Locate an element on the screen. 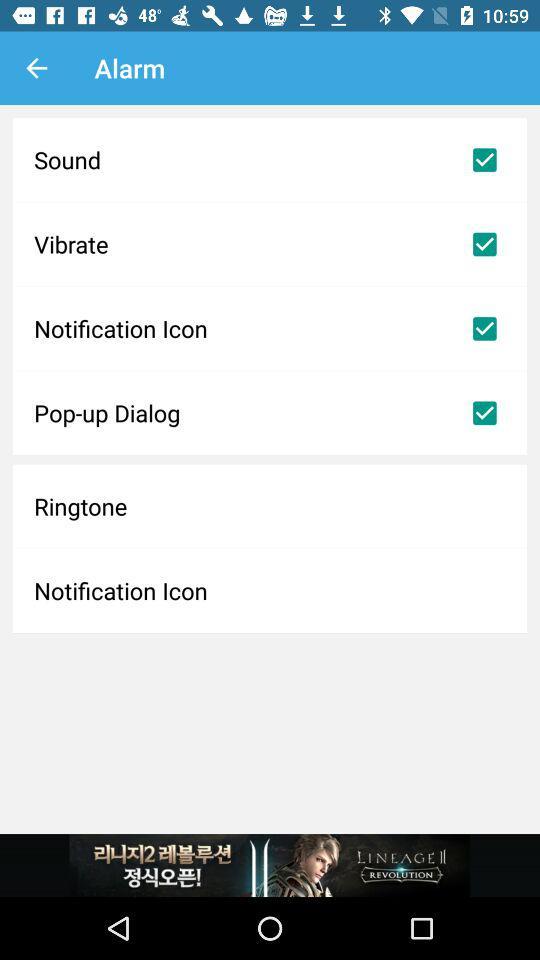 The width and height of the screenshot is (540, 960). ringtone item is located at coordinates (270, 505).